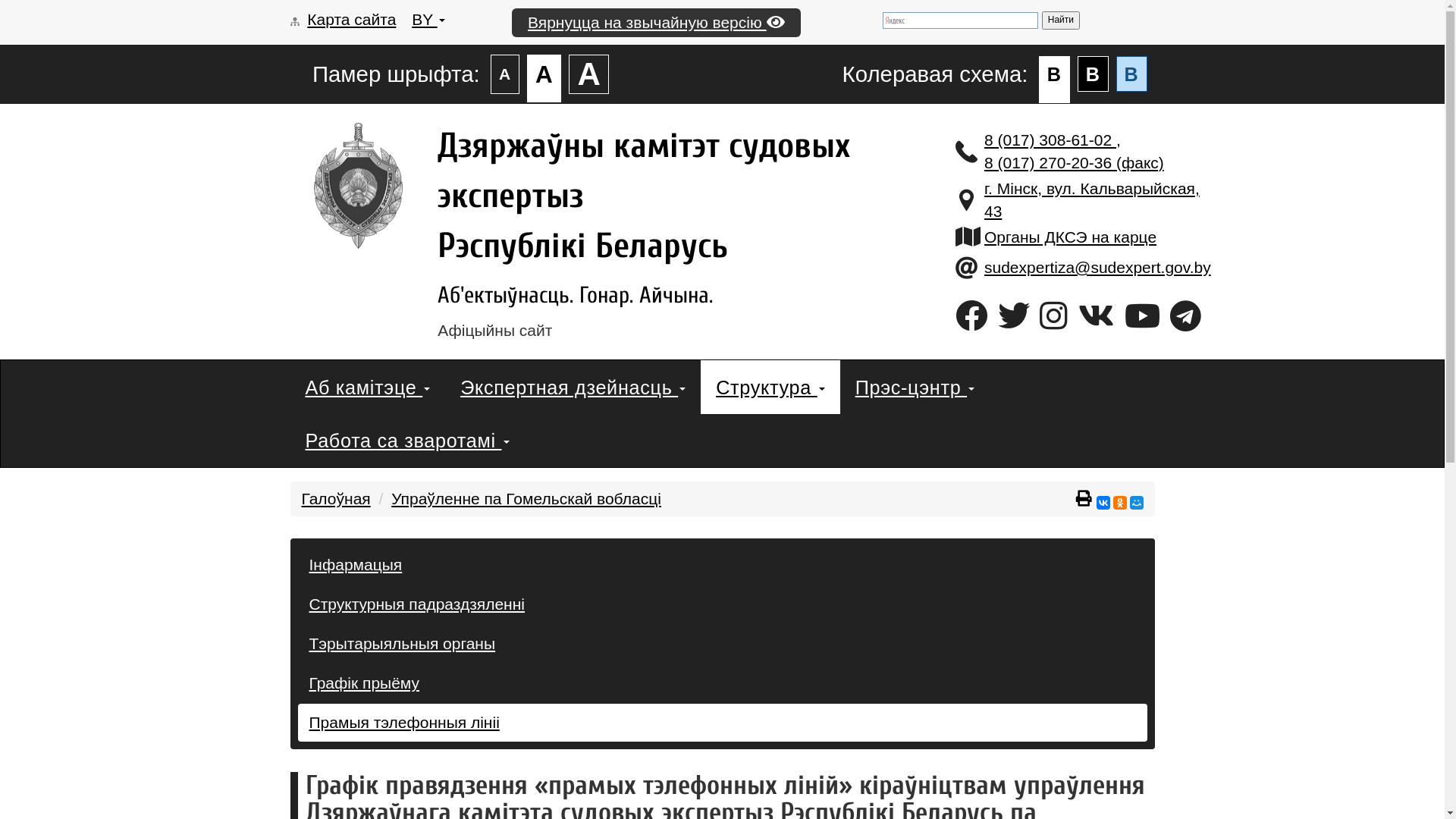 The height and width of the screenshot is (819, 1456). Describe the element at coordinates (427, 19) in the screenshot. I see `'BY'` at that location.